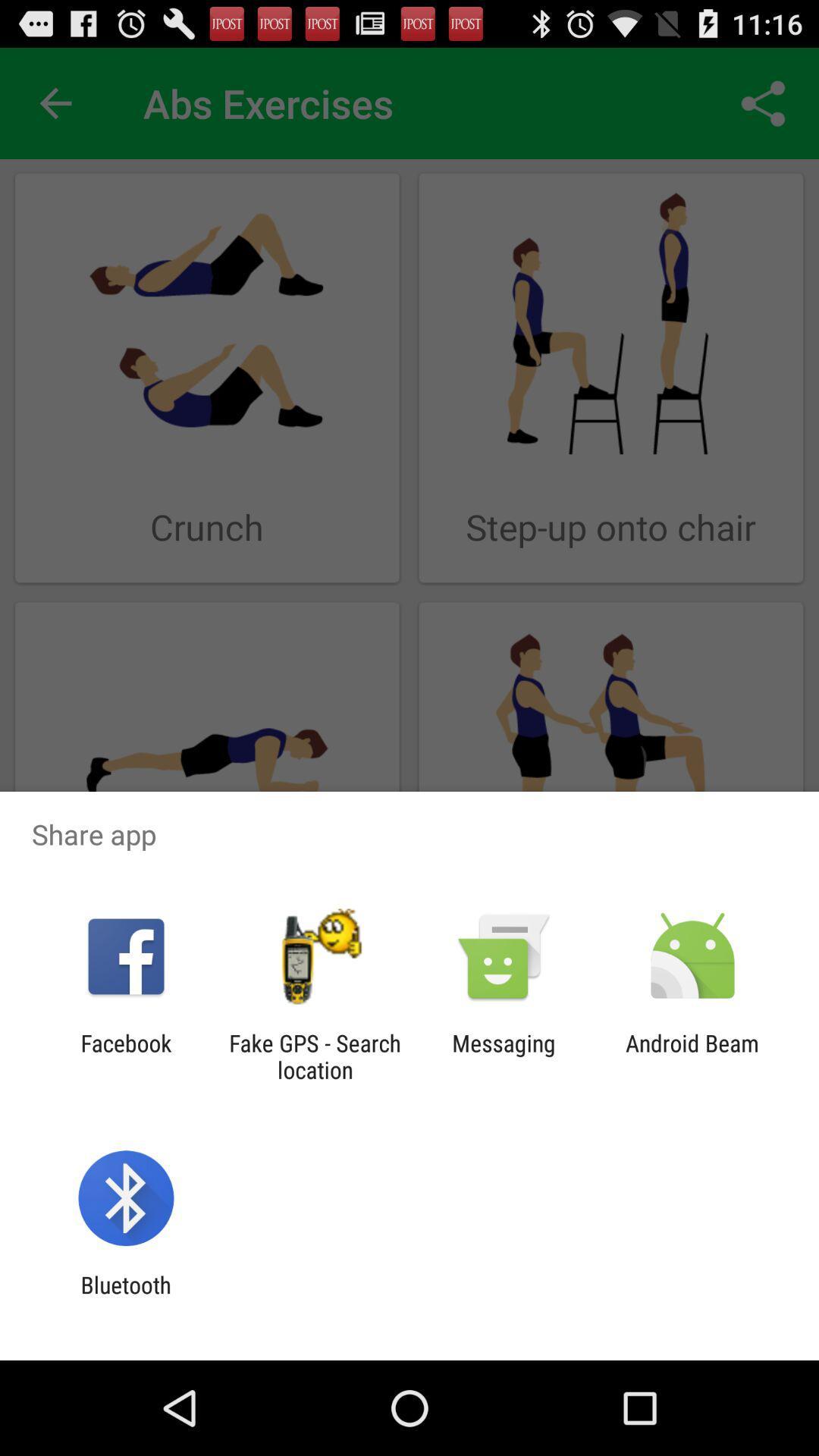  What do you see at coordinates (763, 102) in the screenshot?
I see `item to the right of abs exercises item` at bounding box center [763, 102].